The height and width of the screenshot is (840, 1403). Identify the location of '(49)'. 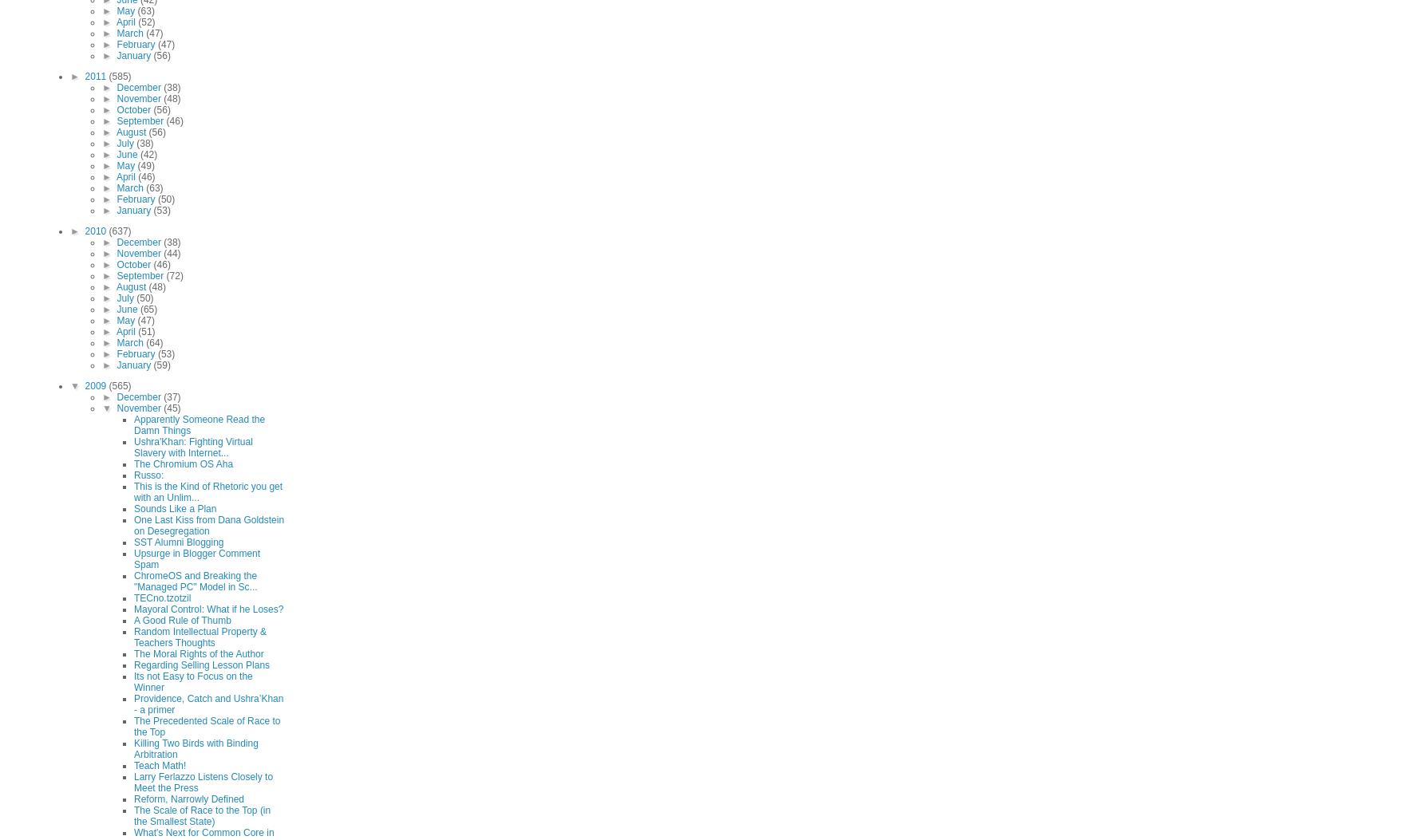
(144, 165).